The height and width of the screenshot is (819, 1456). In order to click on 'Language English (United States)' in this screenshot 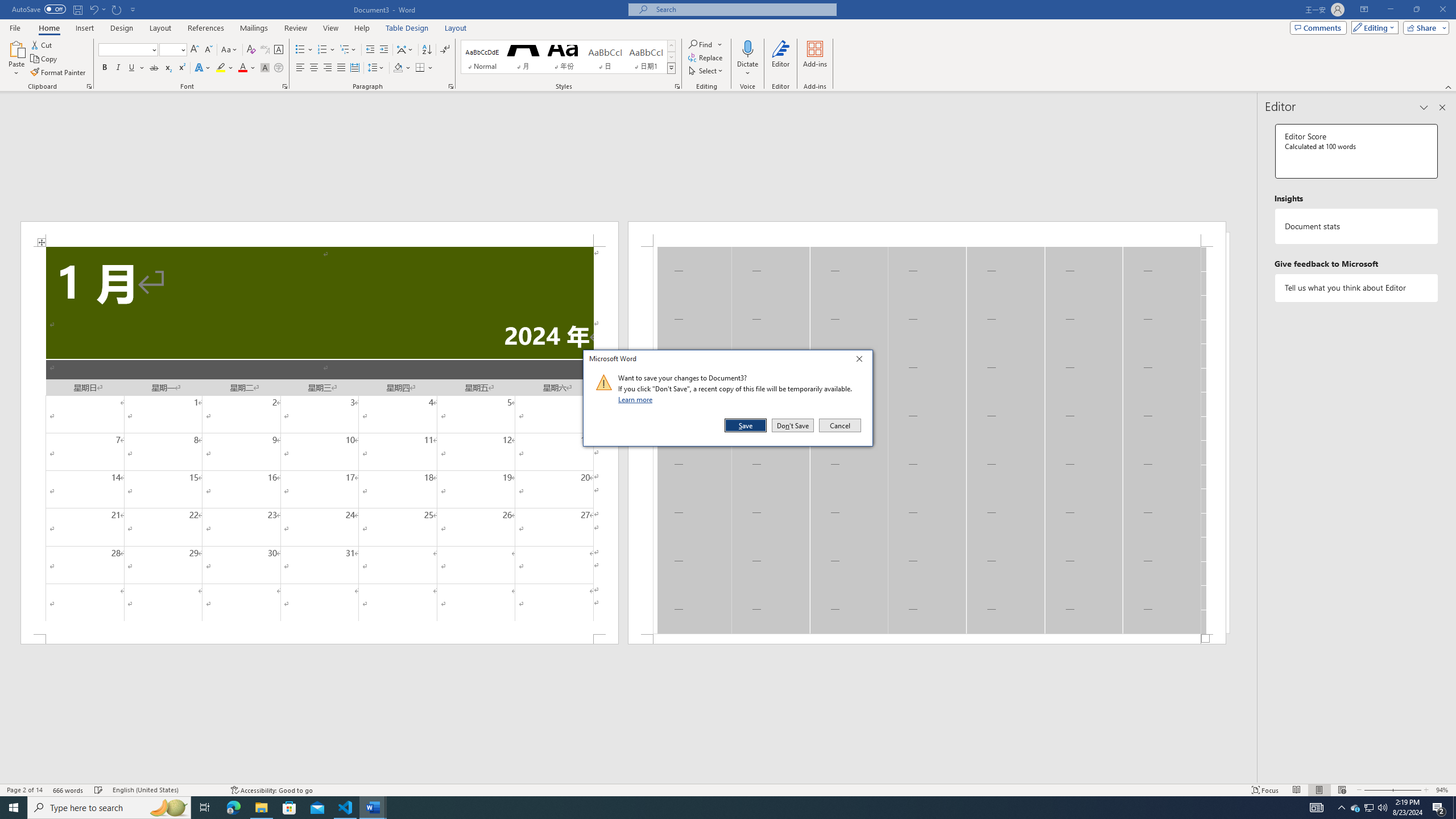, I will do `click(165, 790)`.